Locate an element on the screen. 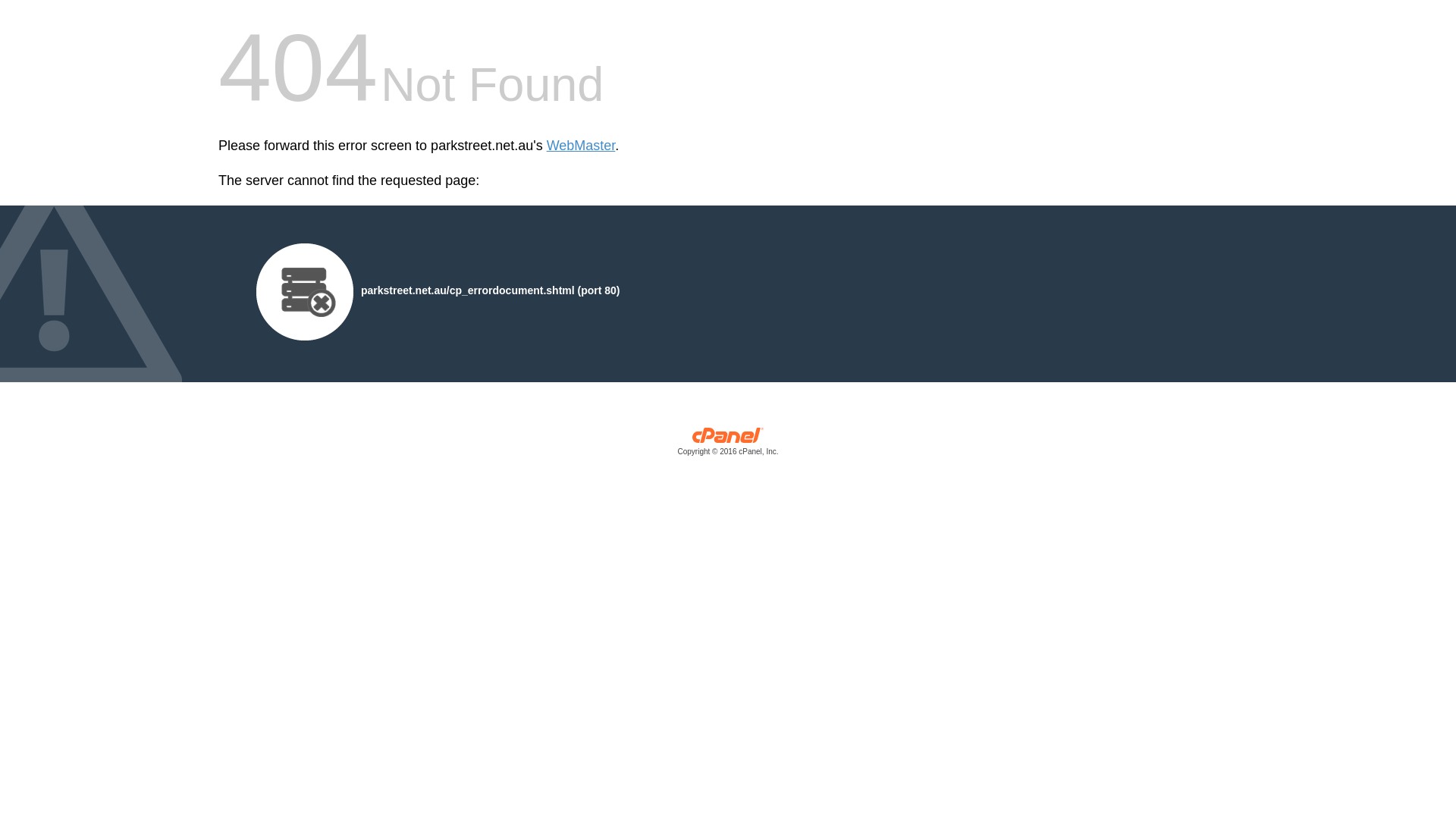 This screenshot has width=1456, height=819. 'WebMaster' is located at coordinates (580, 146).